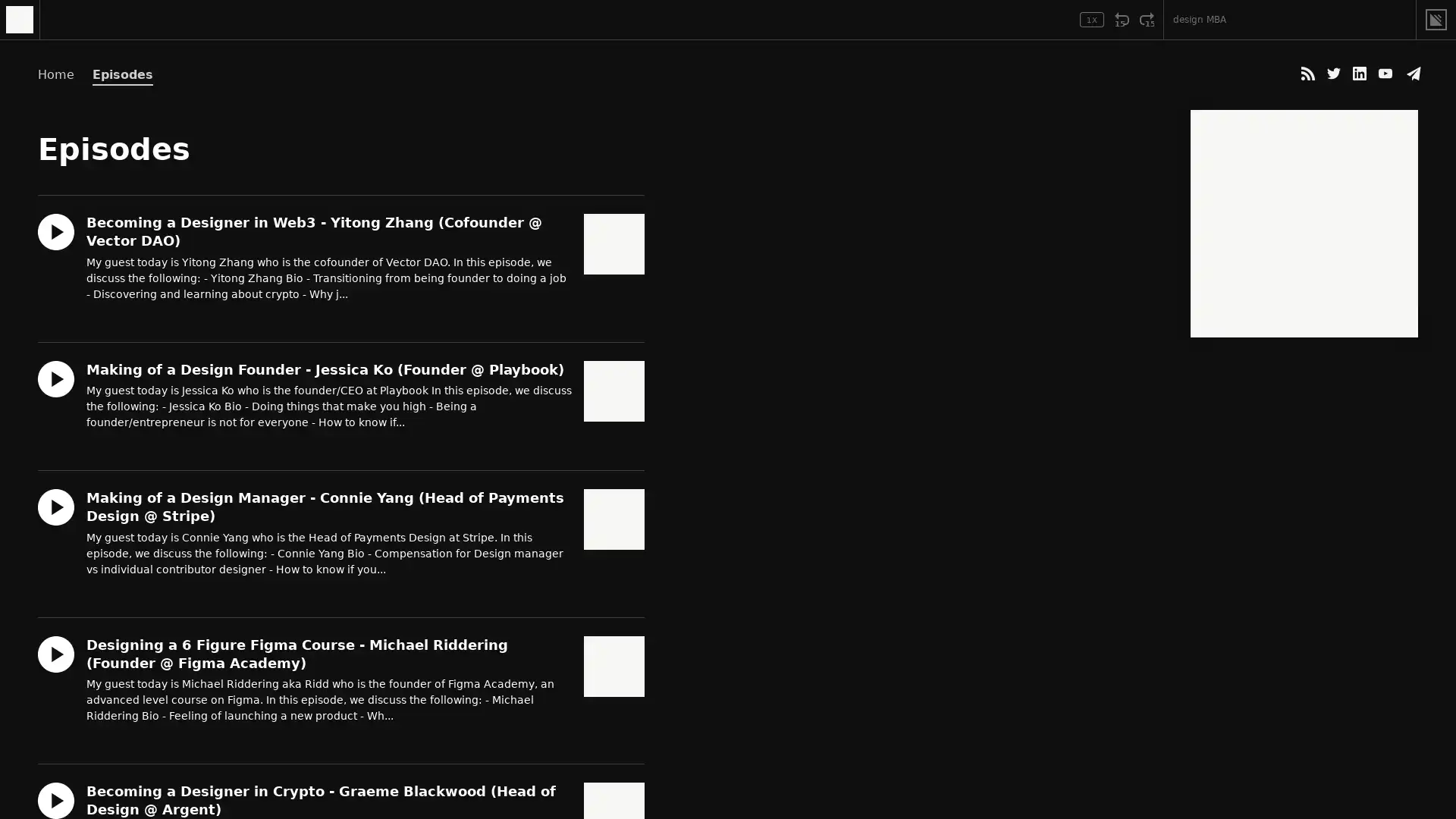 This screenshot has height=819, width=1456. What do you see at coordinates (1092, 20) in the screenshot?
I see `Toggle Speed: Current Speed 1x` at bounding box center [1092, 20].